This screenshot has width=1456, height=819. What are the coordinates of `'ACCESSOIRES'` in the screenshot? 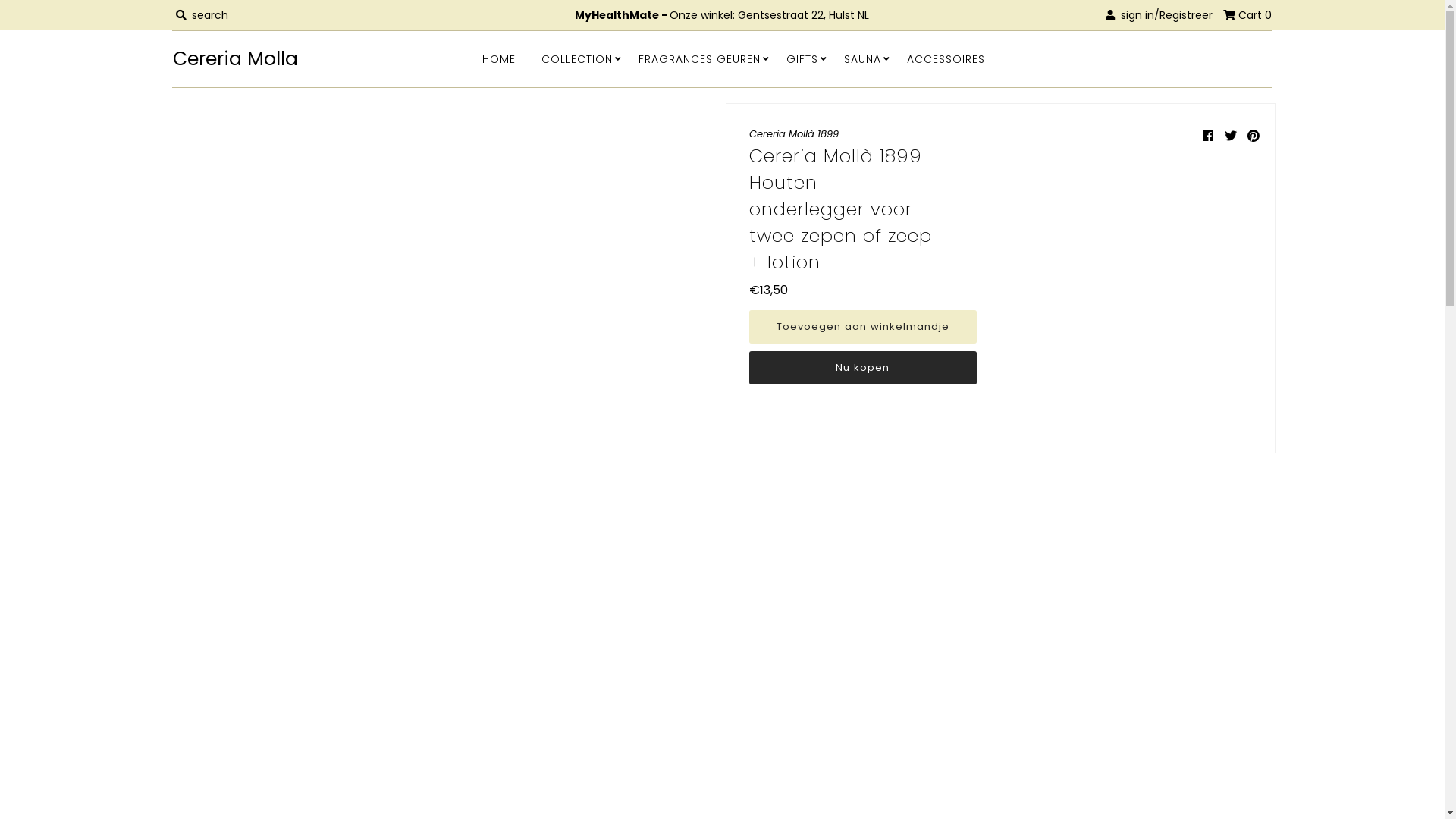 It's located at (945, 58).